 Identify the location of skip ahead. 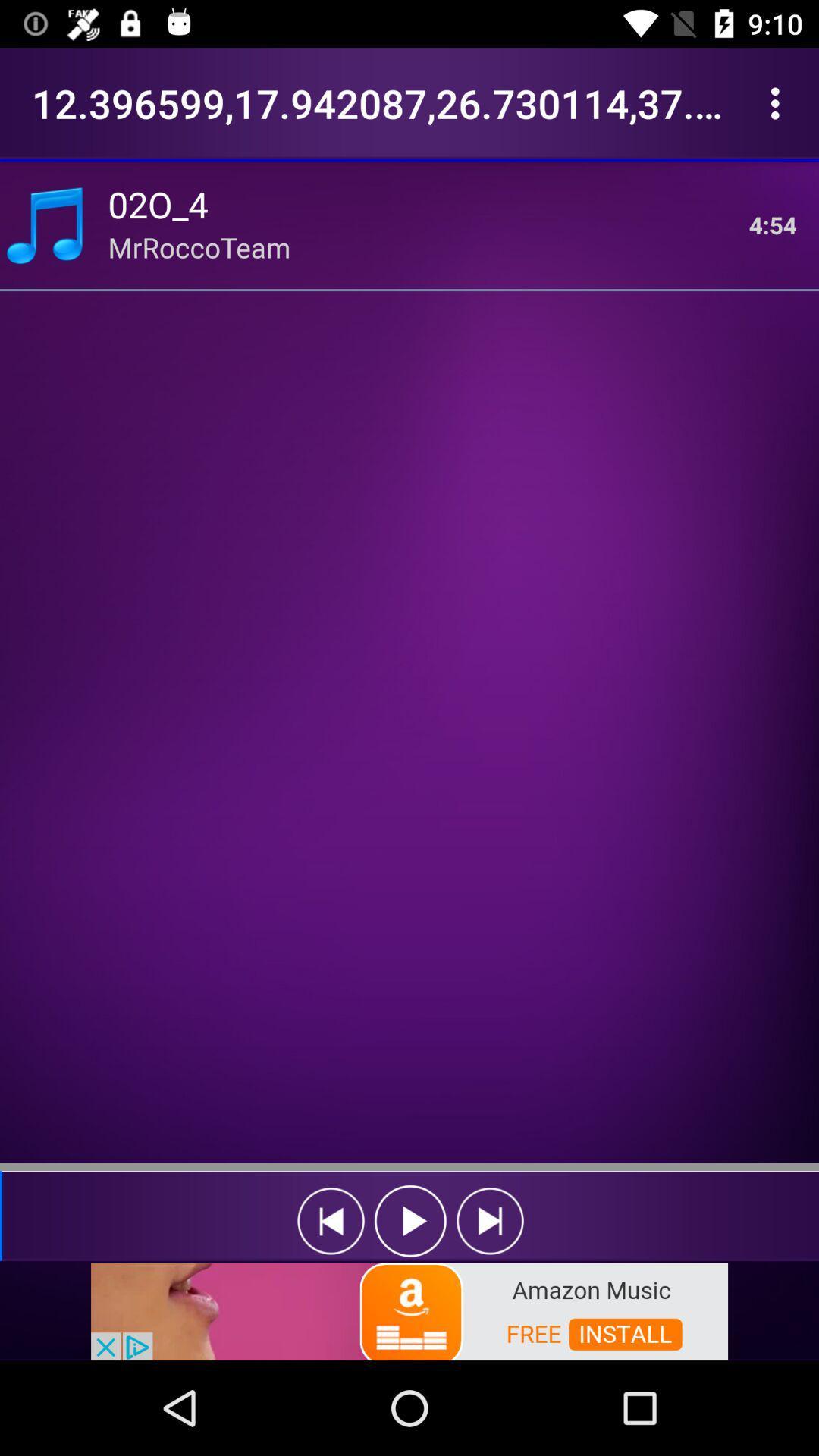
(490, 1221).